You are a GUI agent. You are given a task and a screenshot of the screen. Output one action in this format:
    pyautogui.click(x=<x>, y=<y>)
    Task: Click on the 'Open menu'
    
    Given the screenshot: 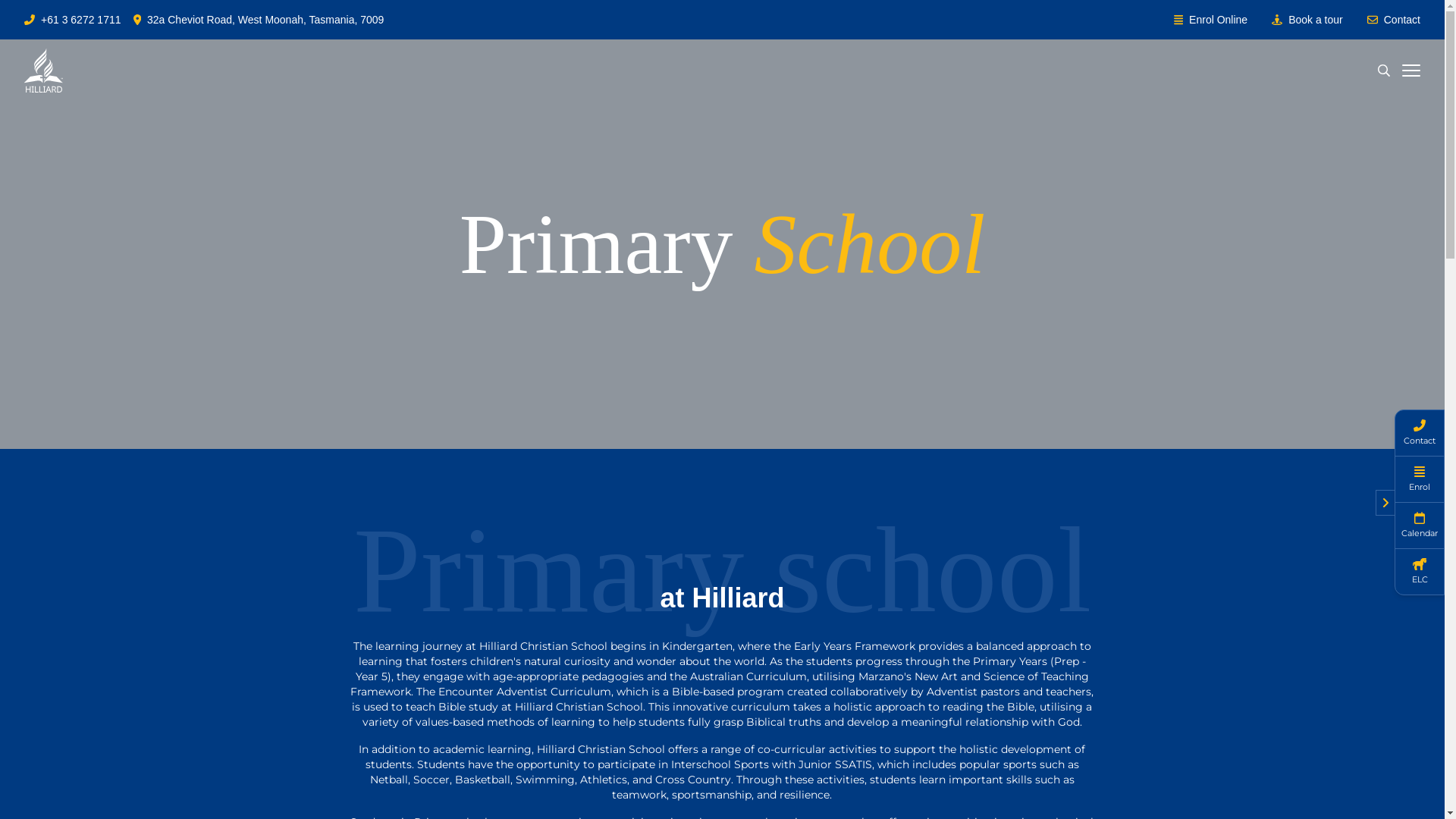 What is the action you would take?
    pyautogui.click(x=1401, y=70)
    